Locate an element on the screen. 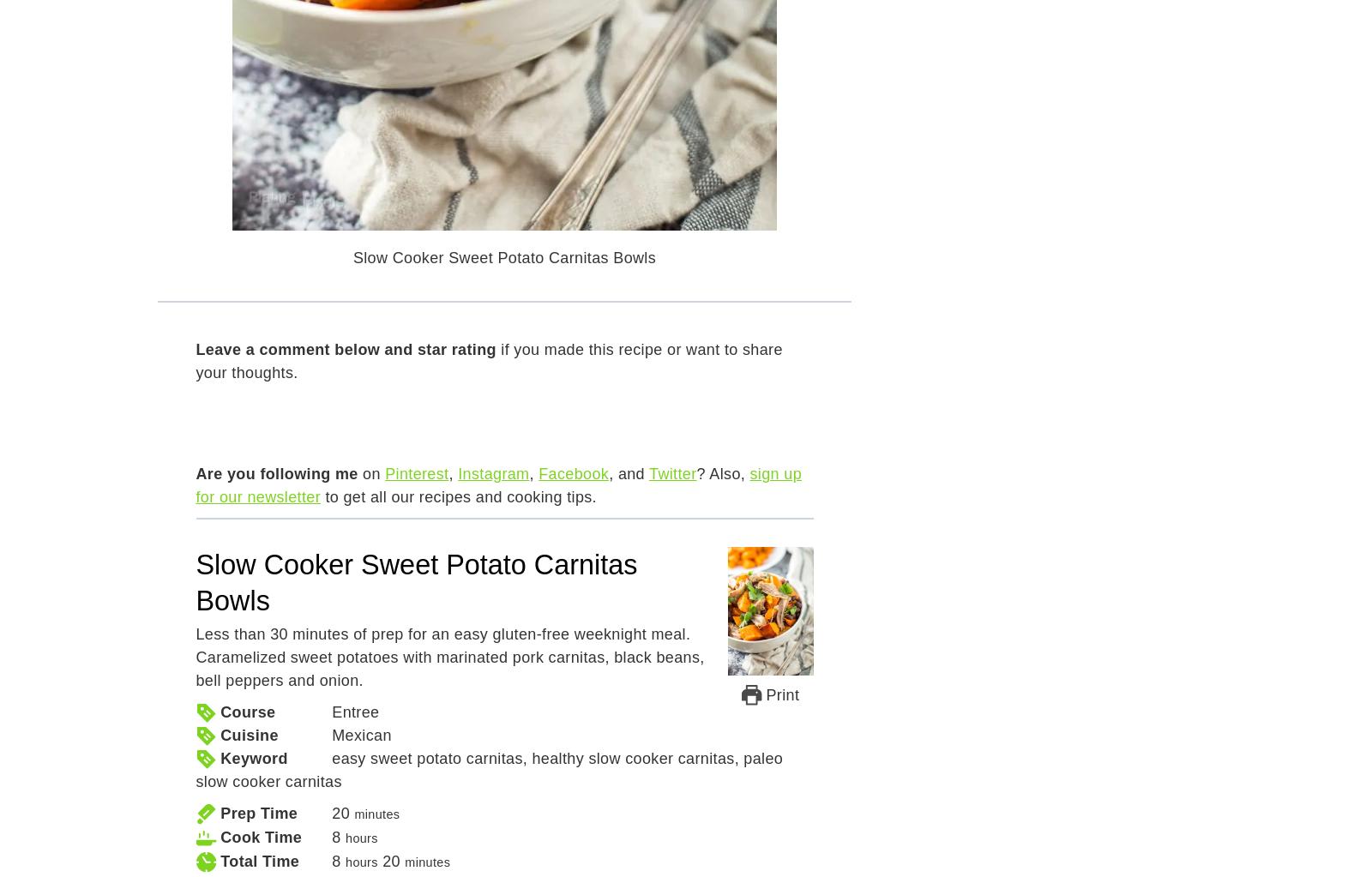 Image resolution: width=1372 pixels, height=877 pixels. 'easy sweet potato carnitas, healthy slow cooker carnitas, paleo slow cooker carnitas' is located at coordinates (488, 770).